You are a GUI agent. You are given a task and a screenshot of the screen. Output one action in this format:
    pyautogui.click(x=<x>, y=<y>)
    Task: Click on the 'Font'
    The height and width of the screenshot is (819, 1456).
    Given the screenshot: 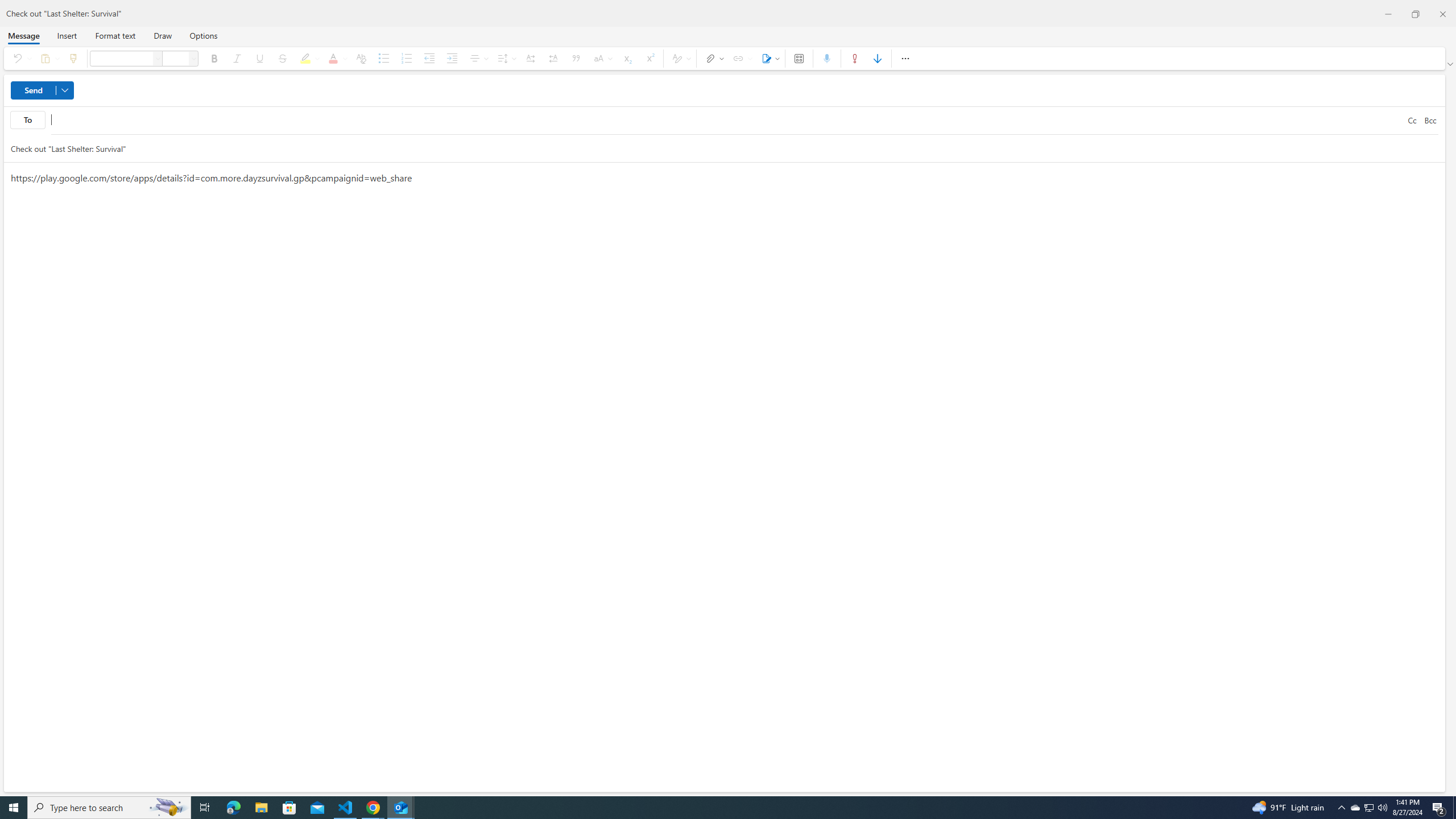 What is the action you would take?
    pyautogui.click(x=121, y=58)
    